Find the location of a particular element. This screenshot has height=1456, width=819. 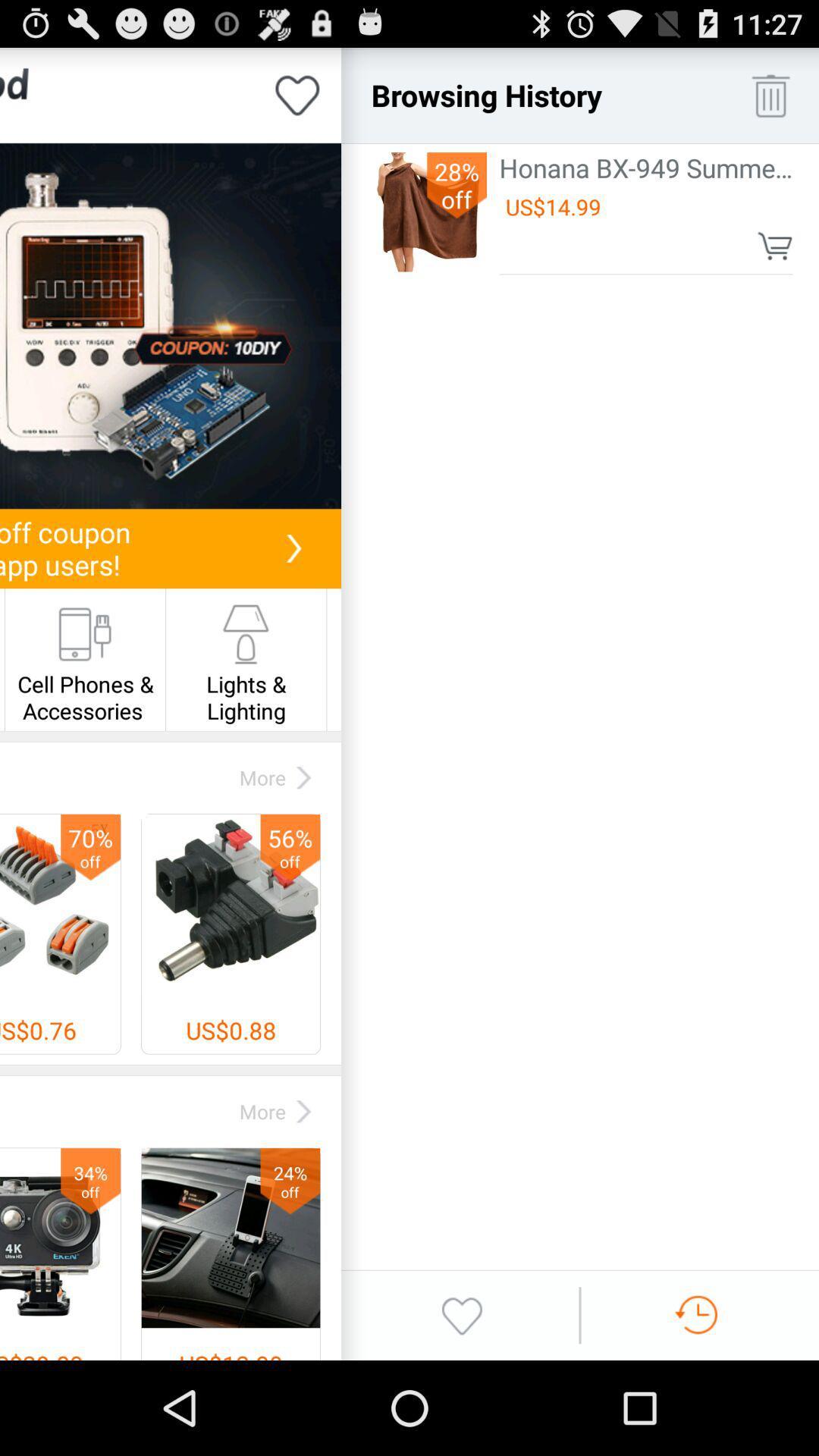

to favorites is located at coordinates (297, 94).